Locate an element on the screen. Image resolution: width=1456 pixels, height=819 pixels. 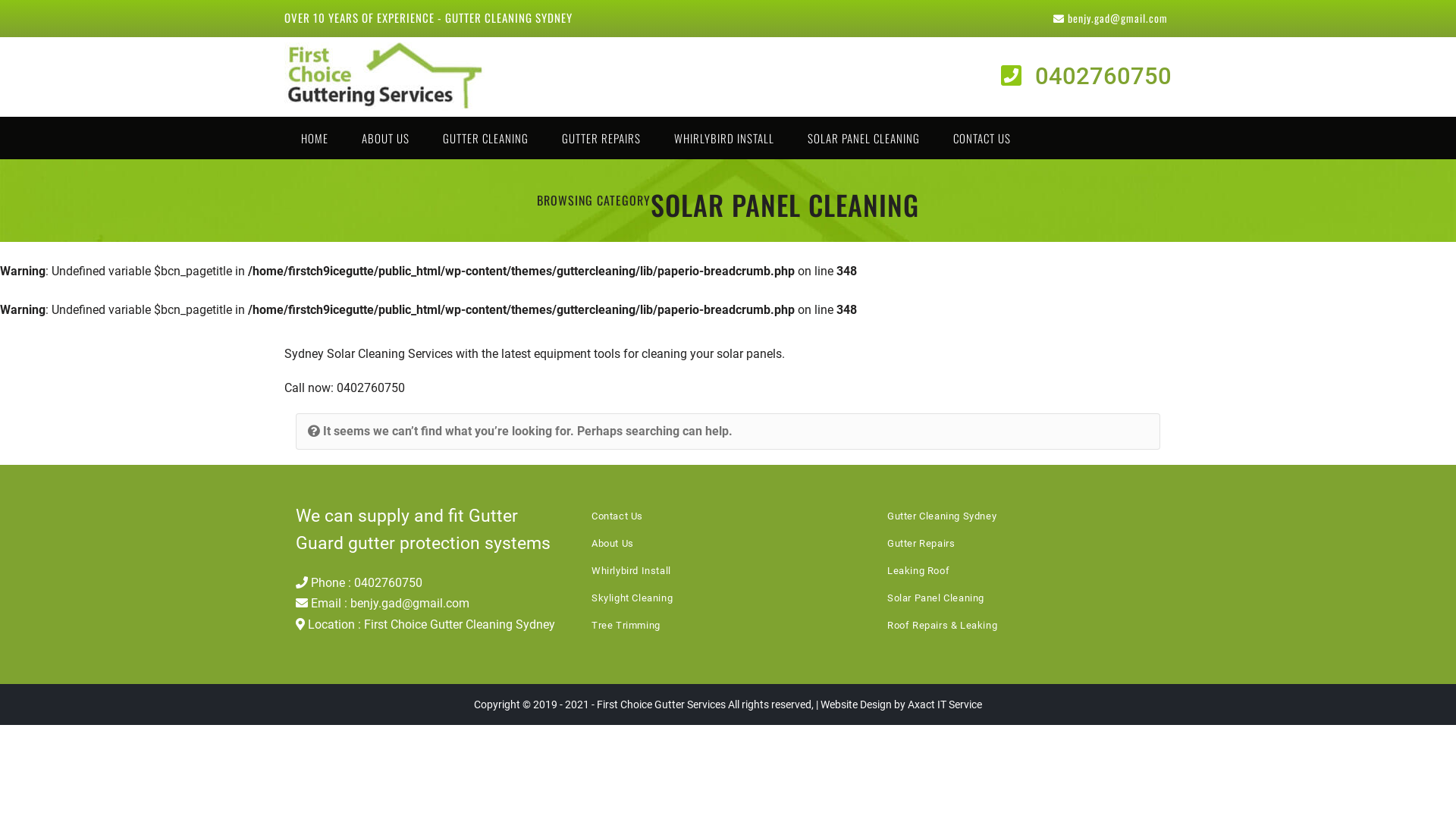
'Tree Trimming' is located at coordinates (590, 625).